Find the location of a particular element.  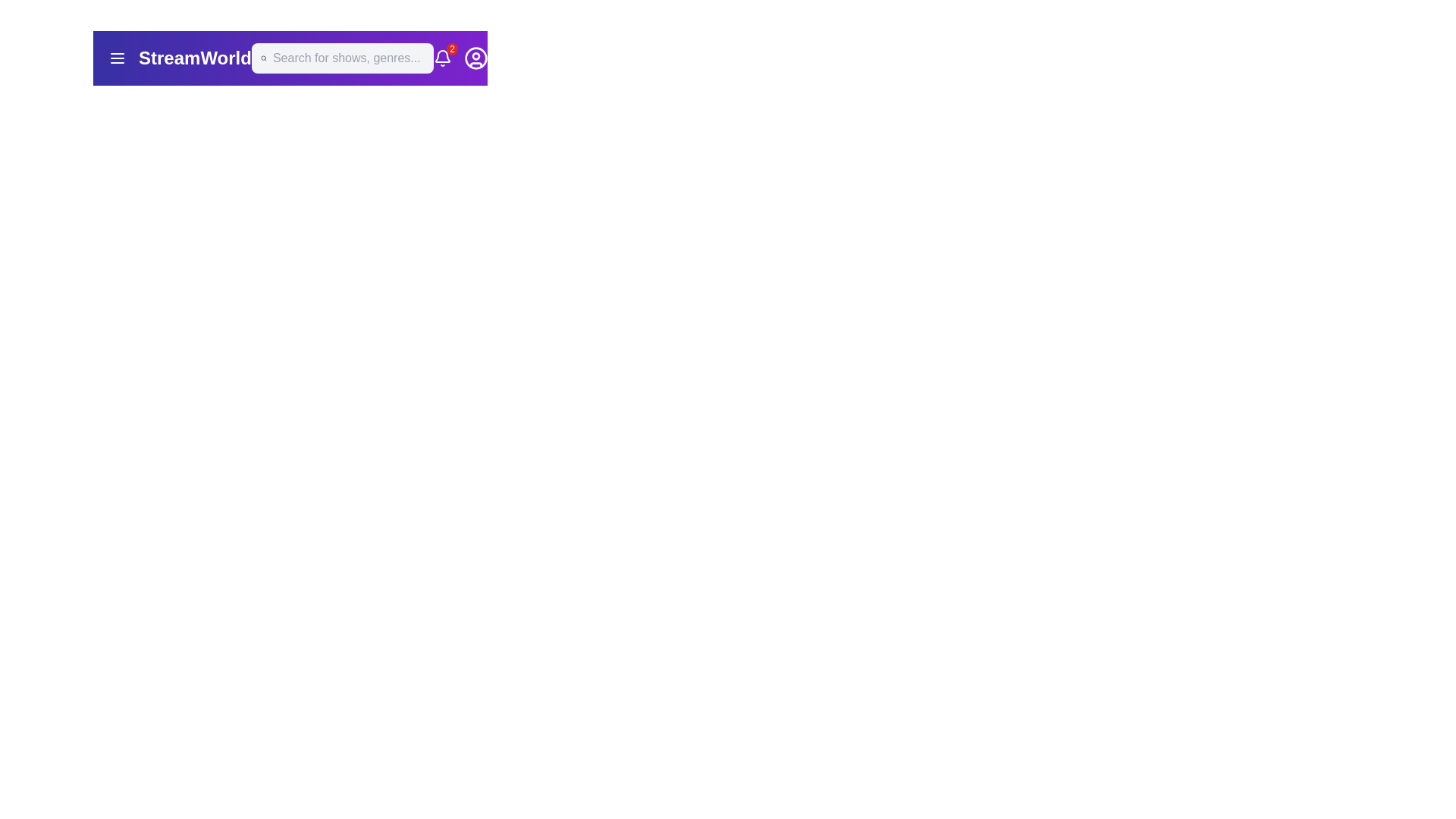

the circular search icon located at the left side of the search bar in the top navigation interface is located at coordinates (263, 58).